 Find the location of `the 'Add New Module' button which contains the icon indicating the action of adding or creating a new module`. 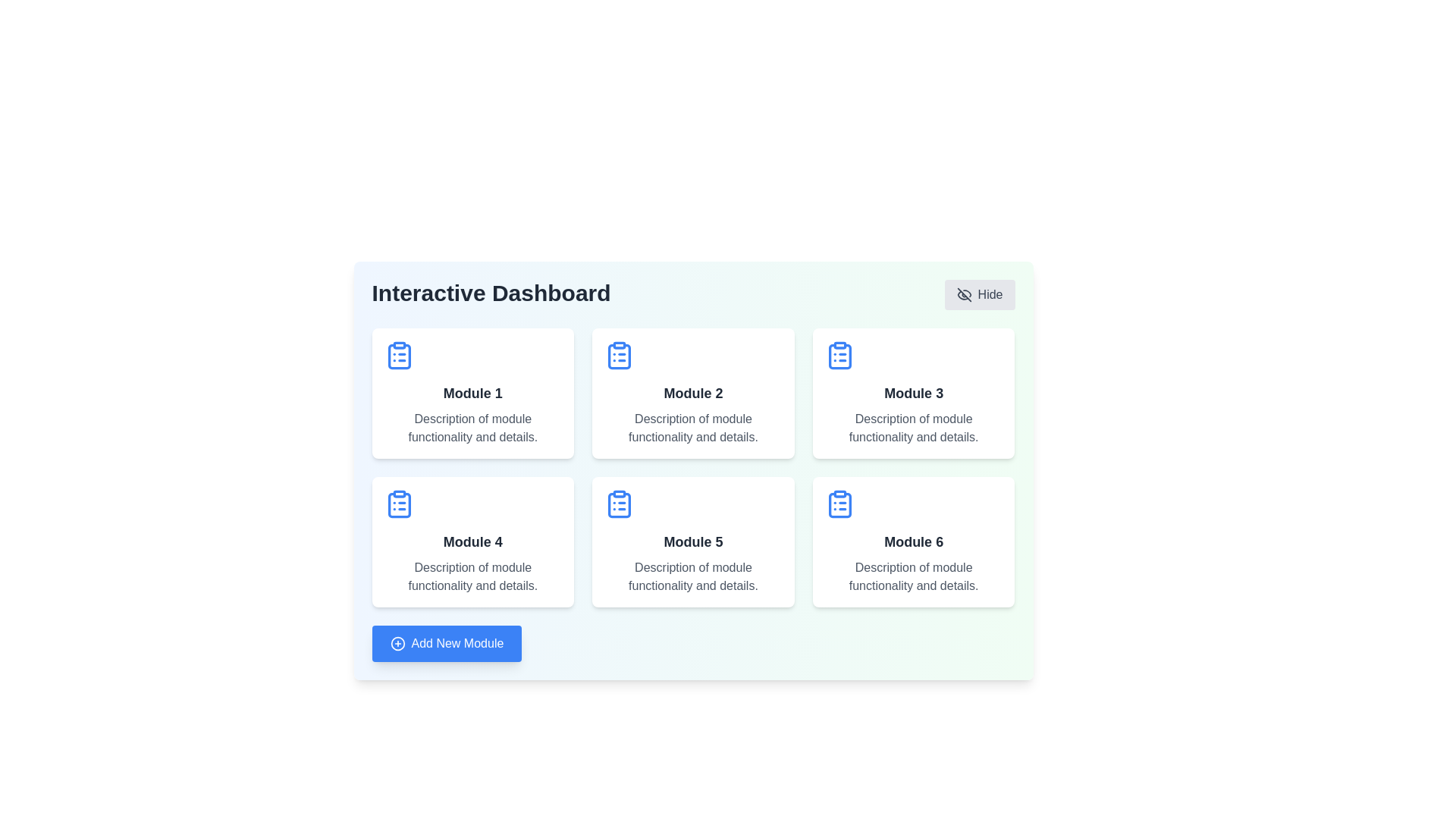

the 'Add New Module' button which contains the icon indicating the action of adding or creating a new module is located at coordinates (397, 643).